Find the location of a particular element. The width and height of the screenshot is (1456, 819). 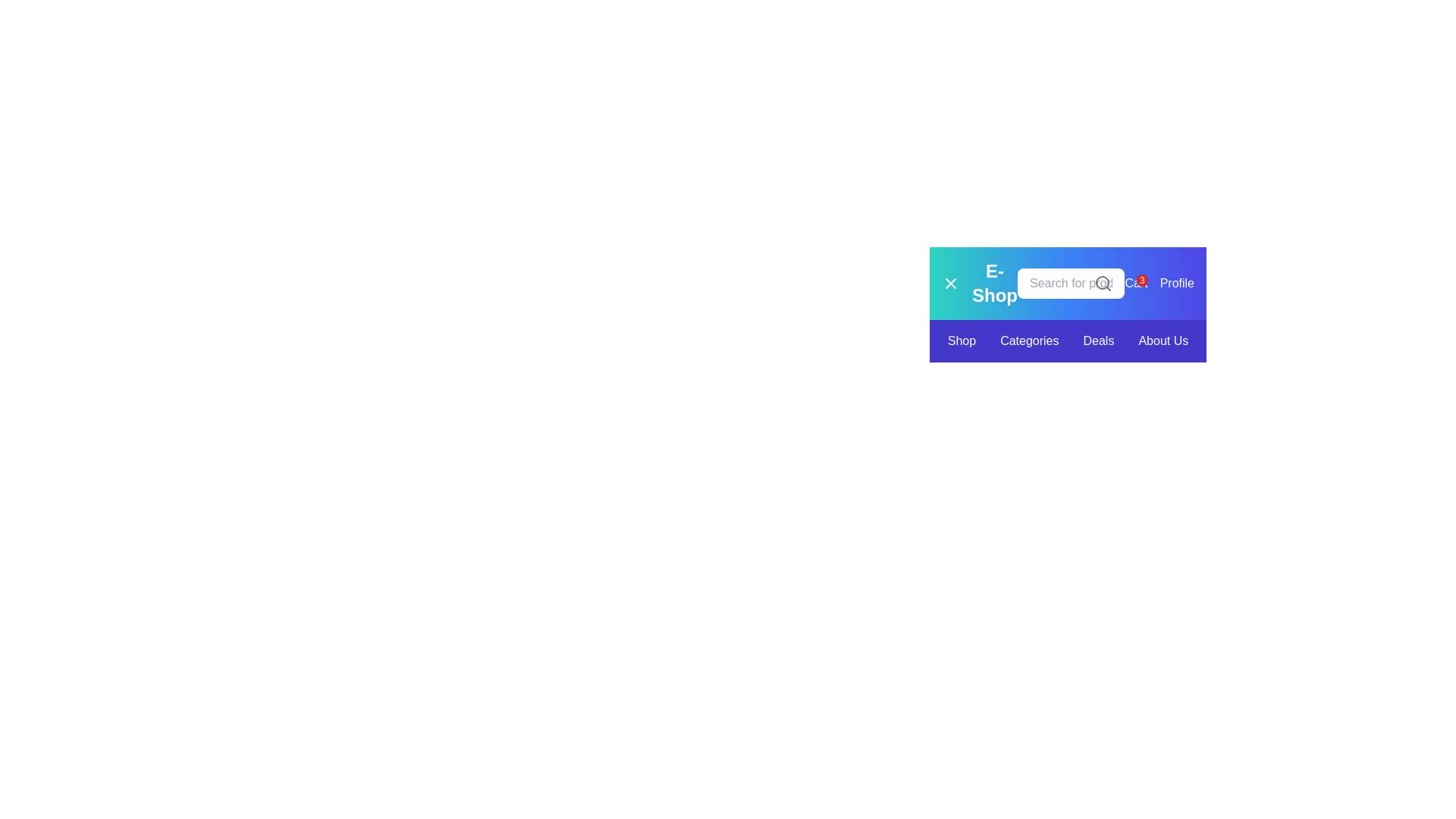

the value displayed on the Notification badge located at the top-right corner of the 'Cart3' element, which indicates the number of items in the shopping cart is located at coordinates (1142, 281).